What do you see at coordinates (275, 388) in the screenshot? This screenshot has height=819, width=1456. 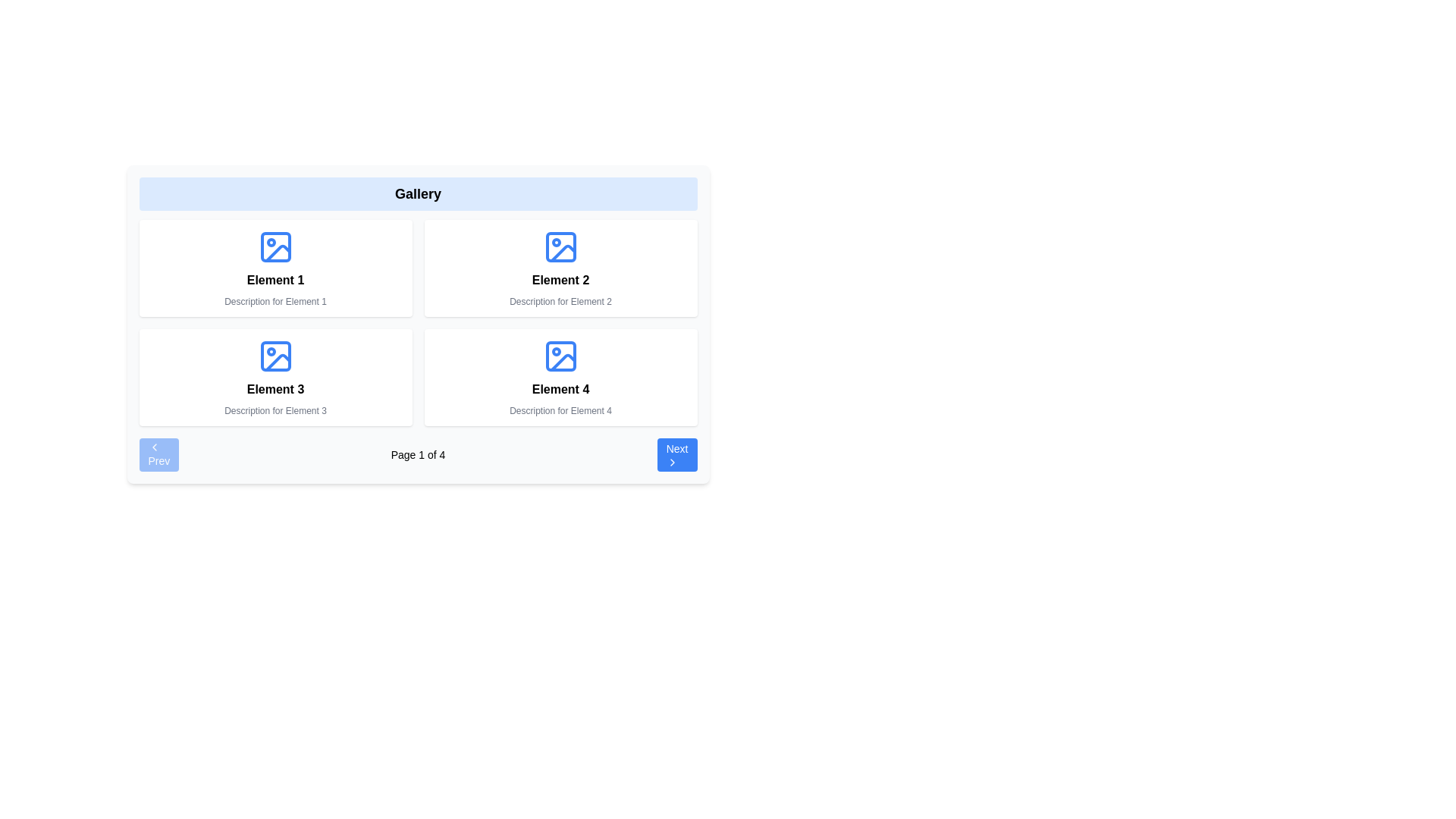 I see `the Text label located in the bottom-left quadrant of the grid, which identifies the associated icon and description for Element 3` at bounding box center [275, 388].